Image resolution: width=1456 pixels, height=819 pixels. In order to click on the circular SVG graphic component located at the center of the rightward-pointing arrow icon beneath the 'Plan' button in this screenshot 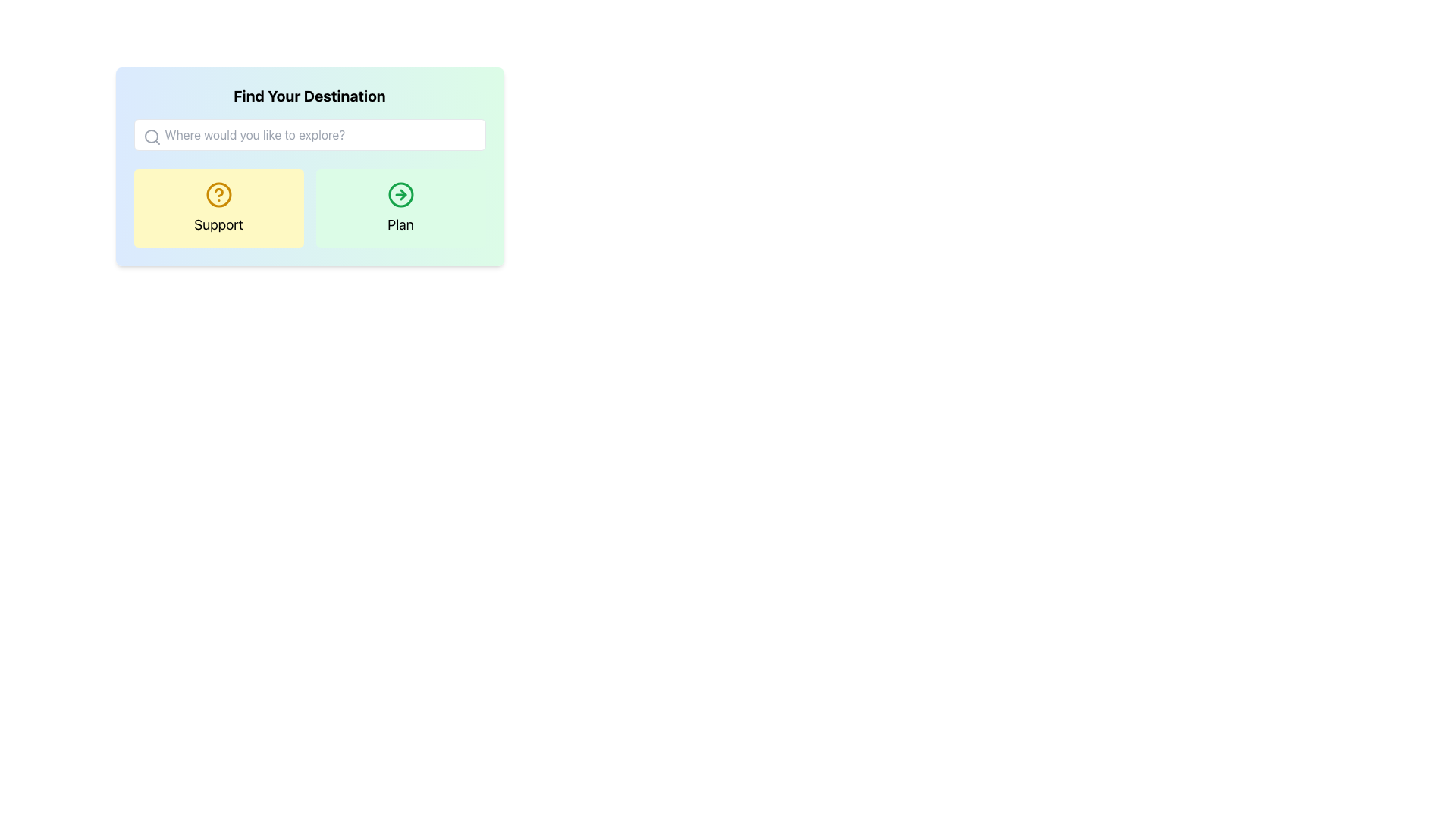, I will do `click(400, 194)`.